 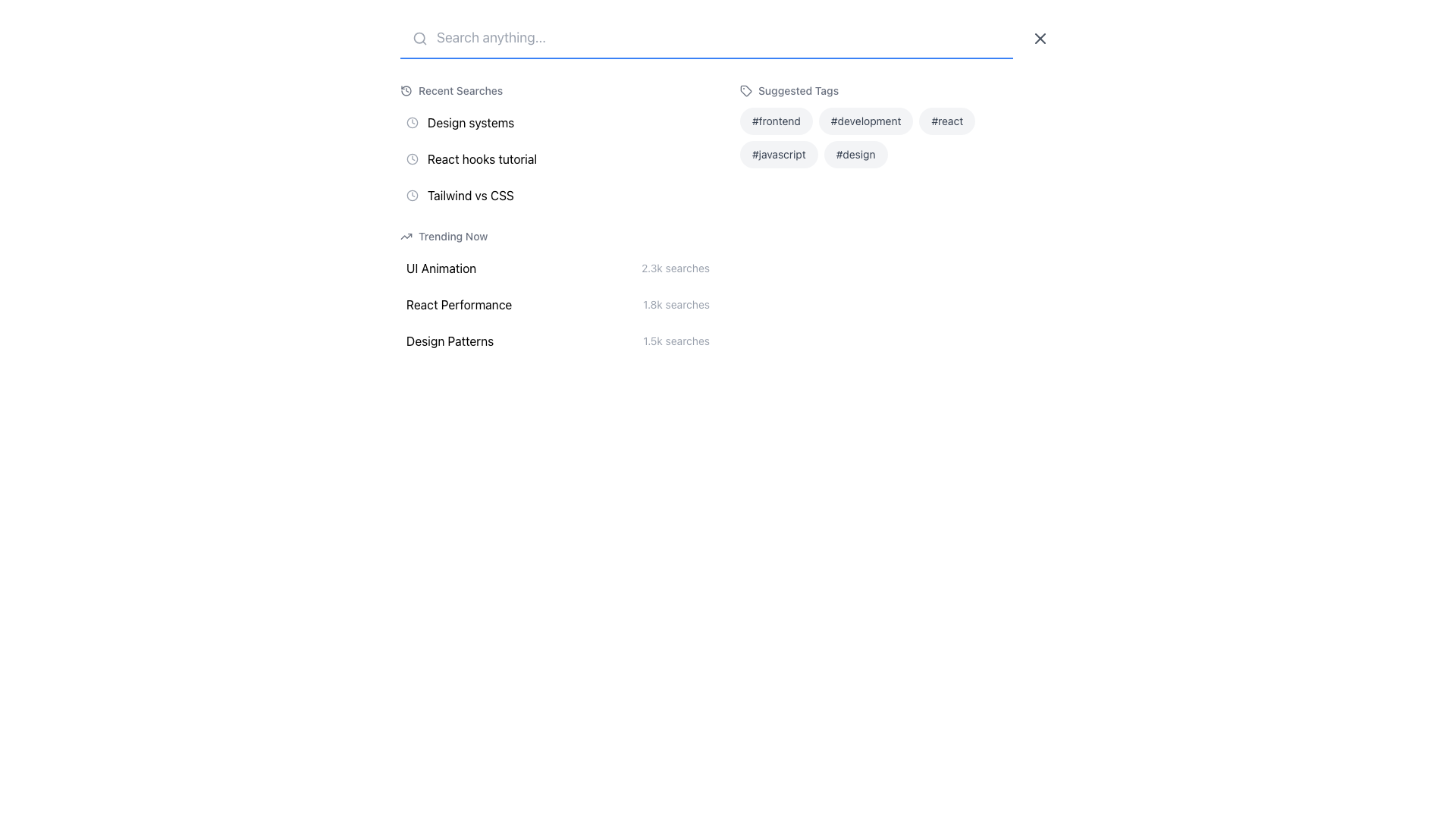 What do you see at coordinates (557, 219) in the screenshot?
I see `any listed search item in the 'Recent Searches' or 'Trending Now' section` at bounding box center [557, 219].